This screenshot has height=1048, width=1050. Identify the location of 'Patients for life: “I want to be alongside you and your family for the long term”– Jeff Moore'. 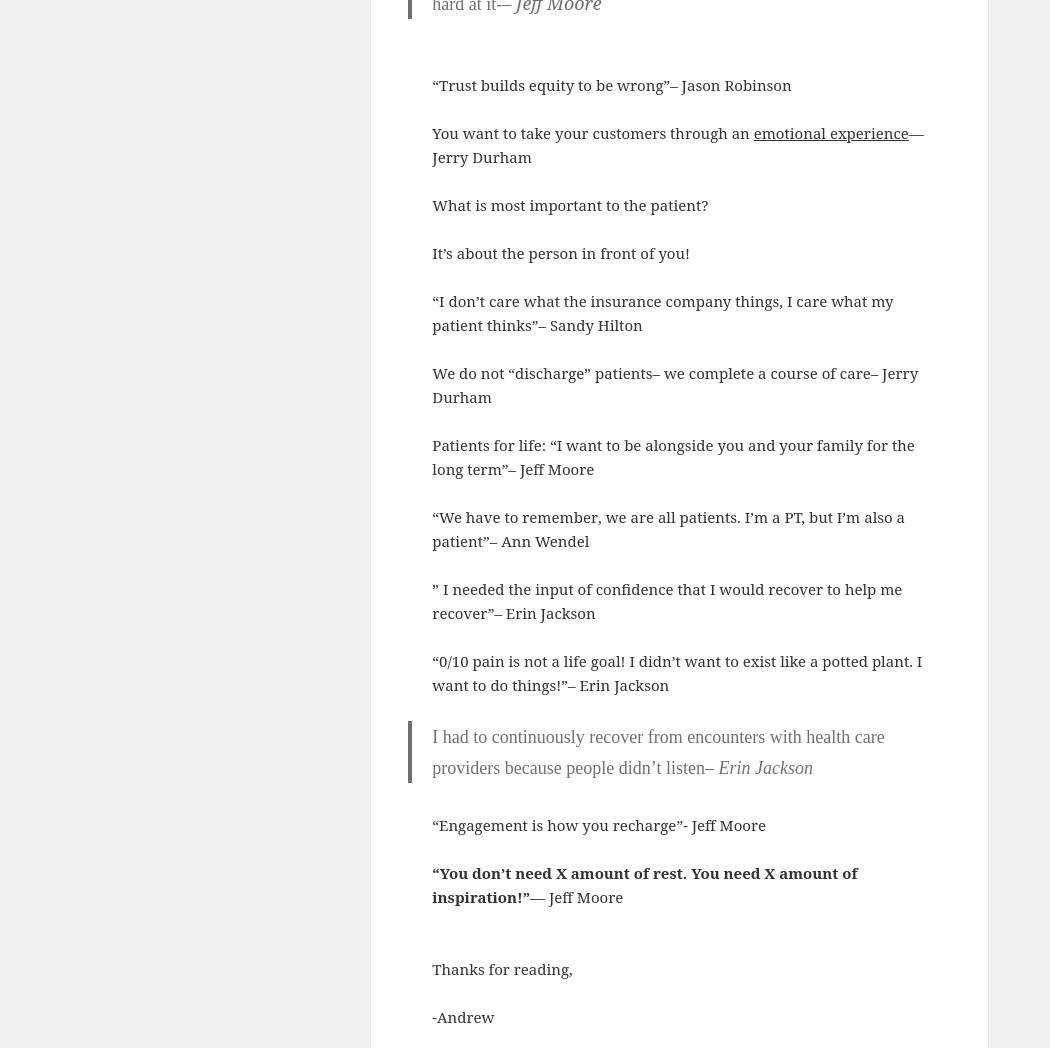
(672, 454).